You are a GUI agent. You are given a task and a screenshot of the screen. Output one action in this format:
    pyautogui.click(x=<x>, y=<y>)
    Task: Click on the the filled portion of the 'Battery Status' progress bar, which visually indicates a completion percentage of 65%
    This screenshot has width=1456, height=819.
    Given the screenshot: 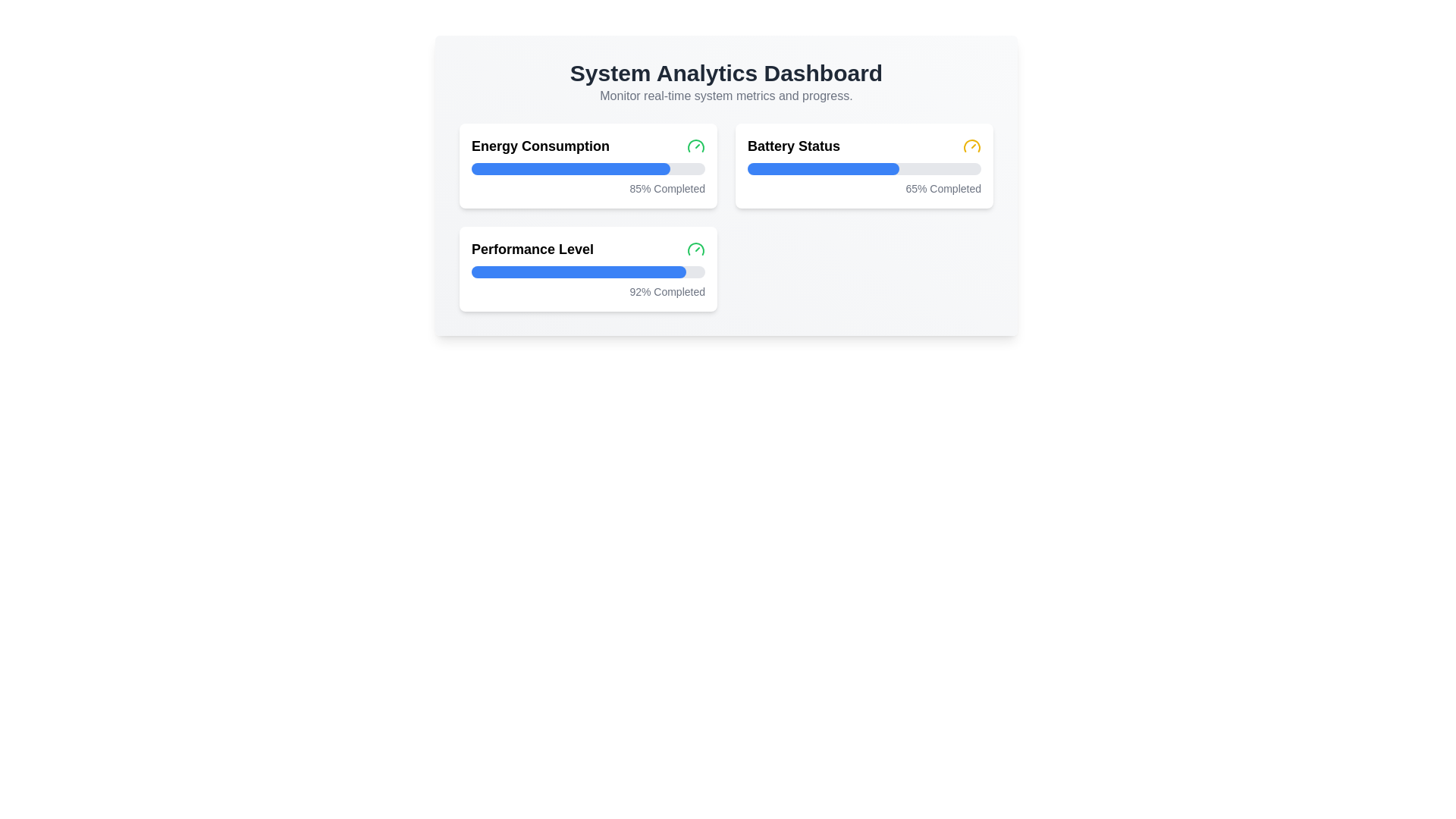 What is the action you would take?
    pyautogui.click(x=823, y=169)
    